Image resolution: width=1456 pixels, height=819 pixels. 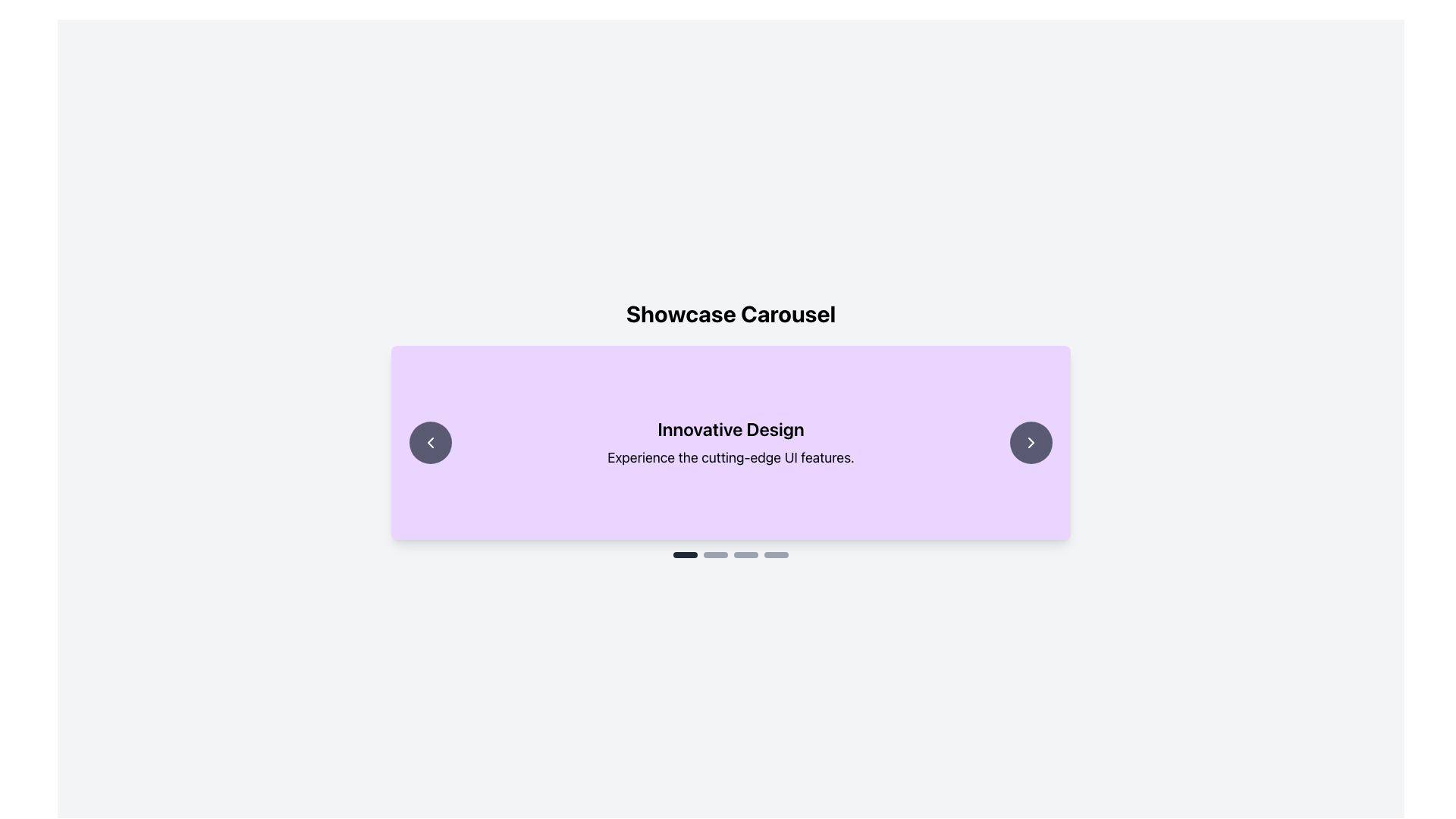 I want to click on text content from the informational display located centrally below the 'Showcase Carousel' heading, so click(x=731, y=442).